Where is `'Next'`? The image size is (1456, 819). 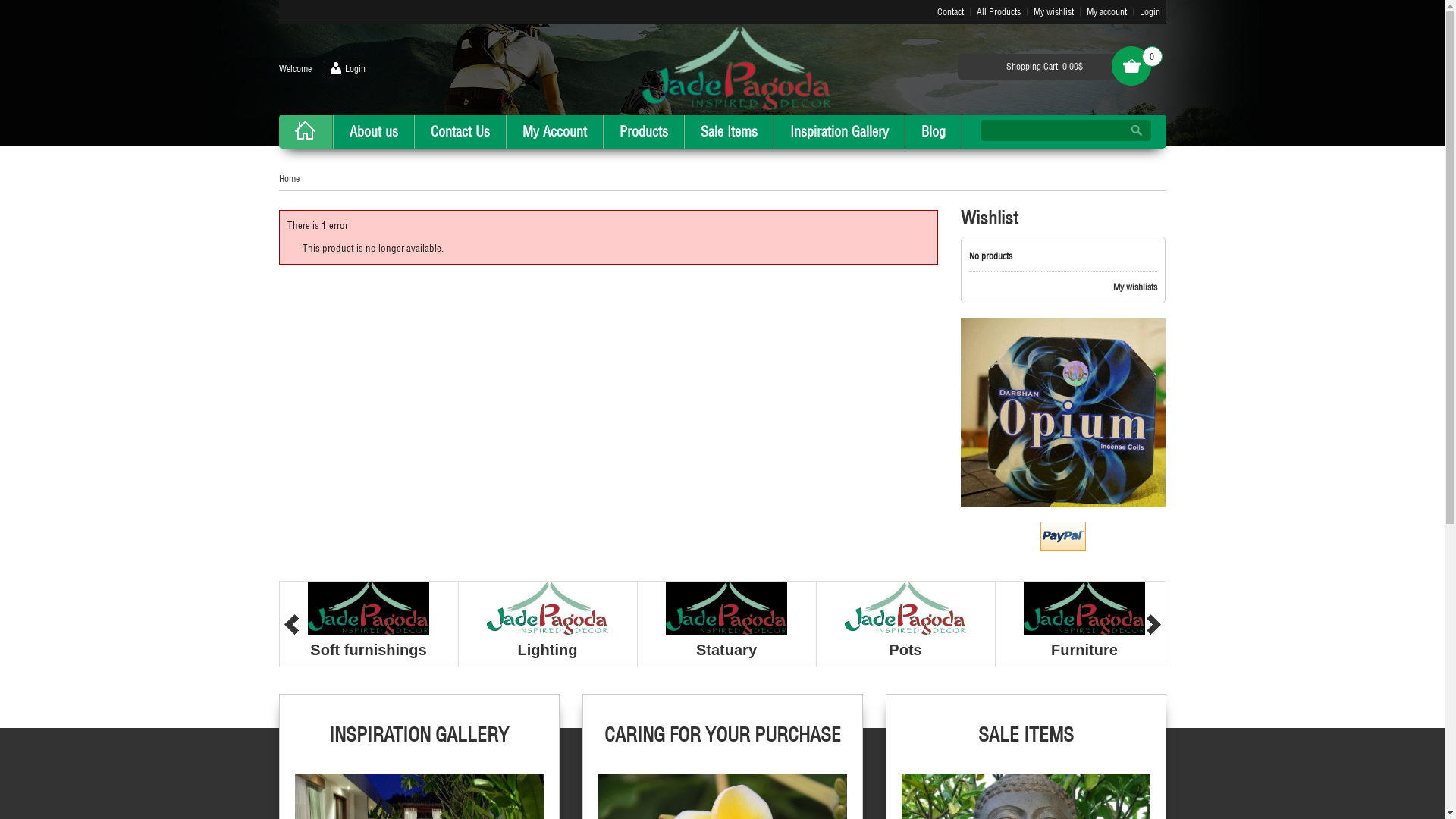 'Next' is located at coordinates (1153, 624).